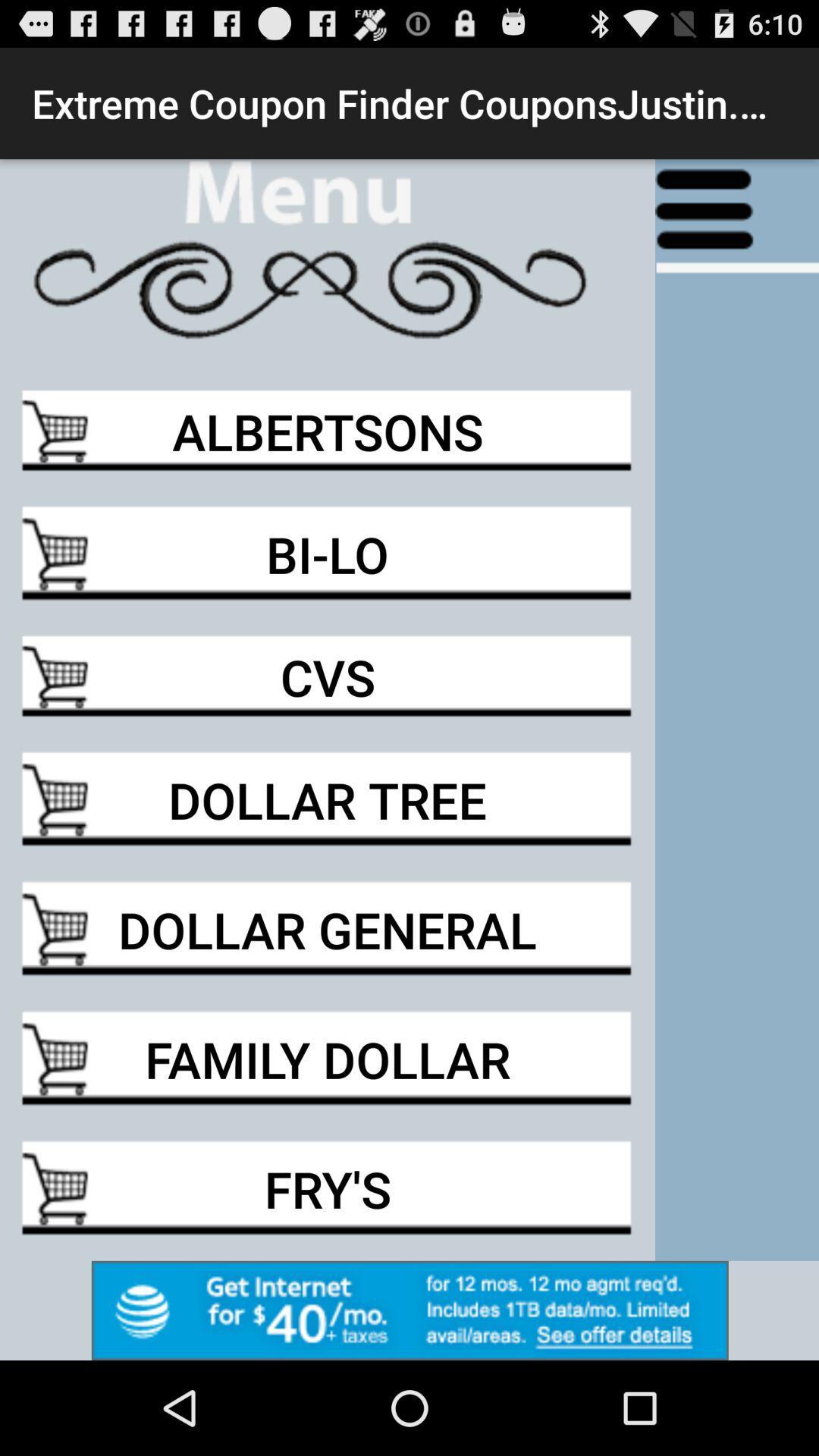 The height and width of the screenshot is (1456, 819). Describe the element at coordinates (409, 1310) in the screenshot. I see `advertisement area` at that location.